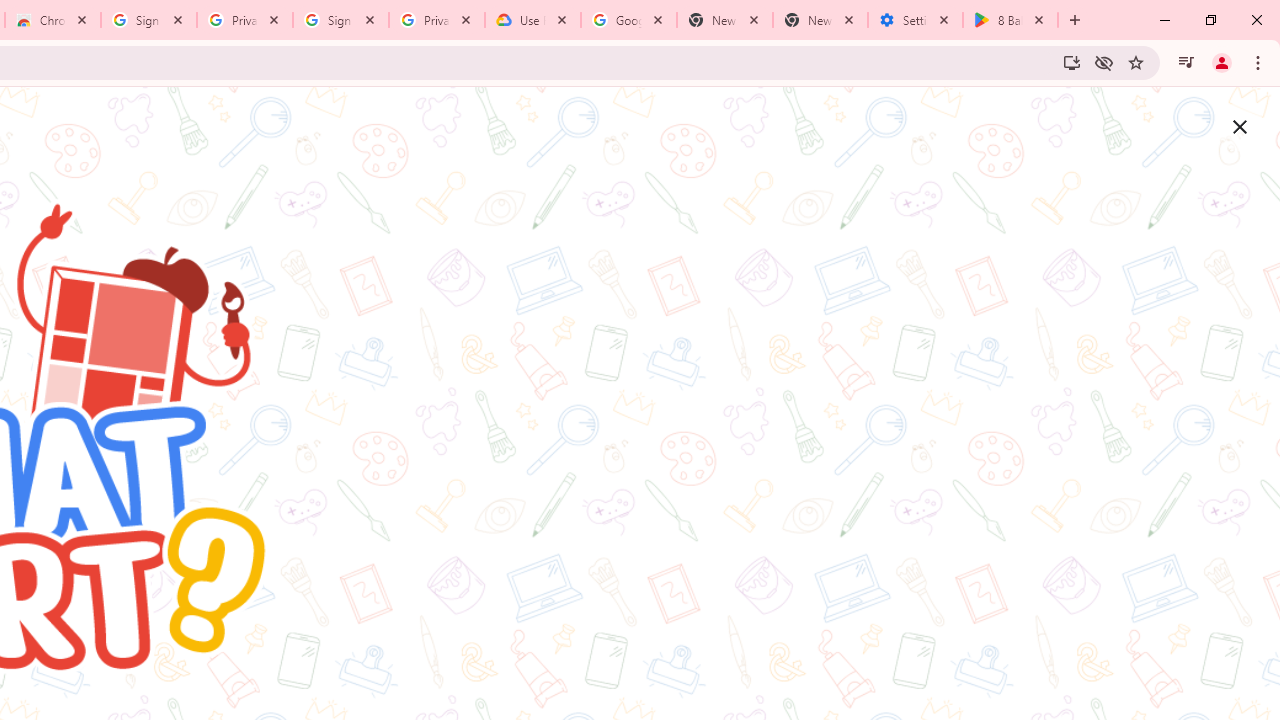 The image size is (1280, 720). Describe the element at coordinates (1010, 20) in the screenshot. I see `'8 Ball Pool - Apps on Google Play'` at that location.